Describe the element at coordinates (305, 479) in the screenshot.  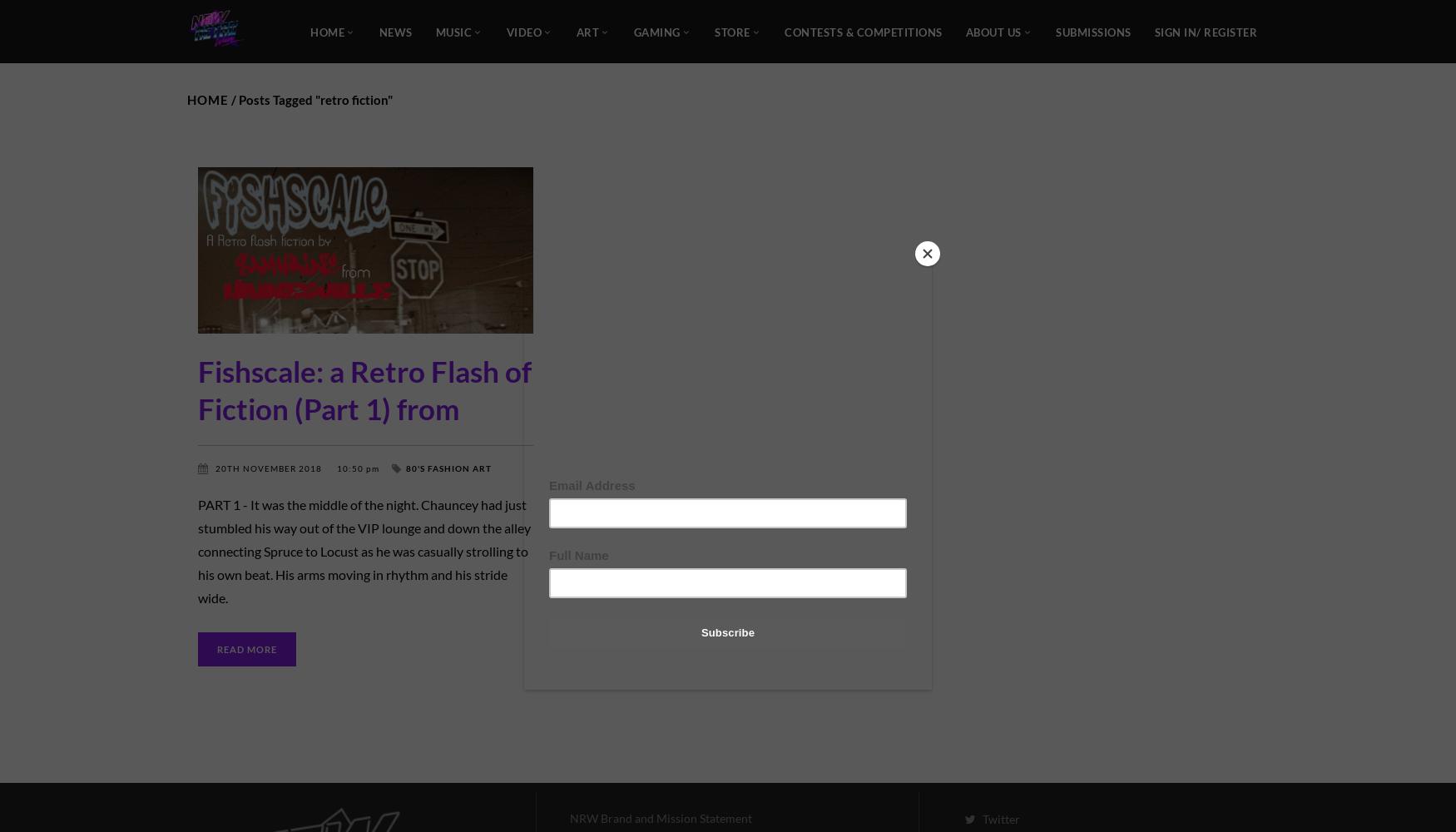
I see `'Sam HaiNe'` at that location.